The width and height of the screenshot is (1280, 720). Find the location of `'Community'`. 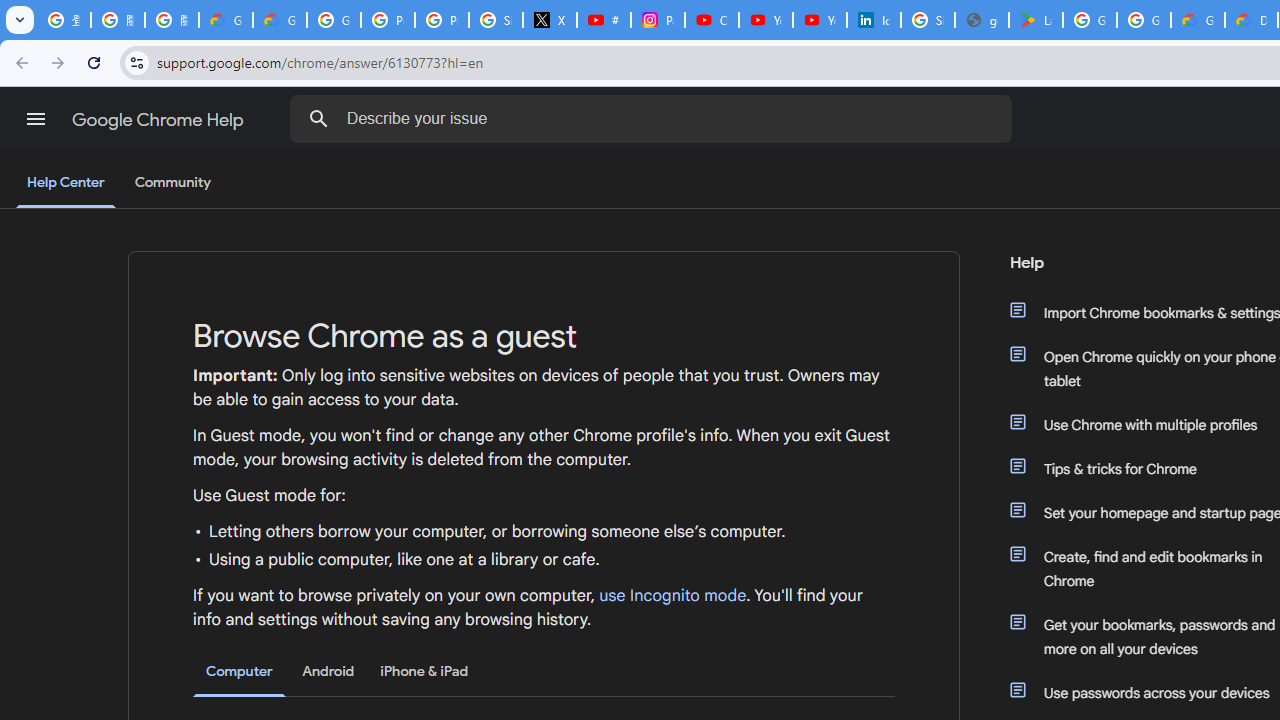

'Community' is located at coordinates (172, 183).